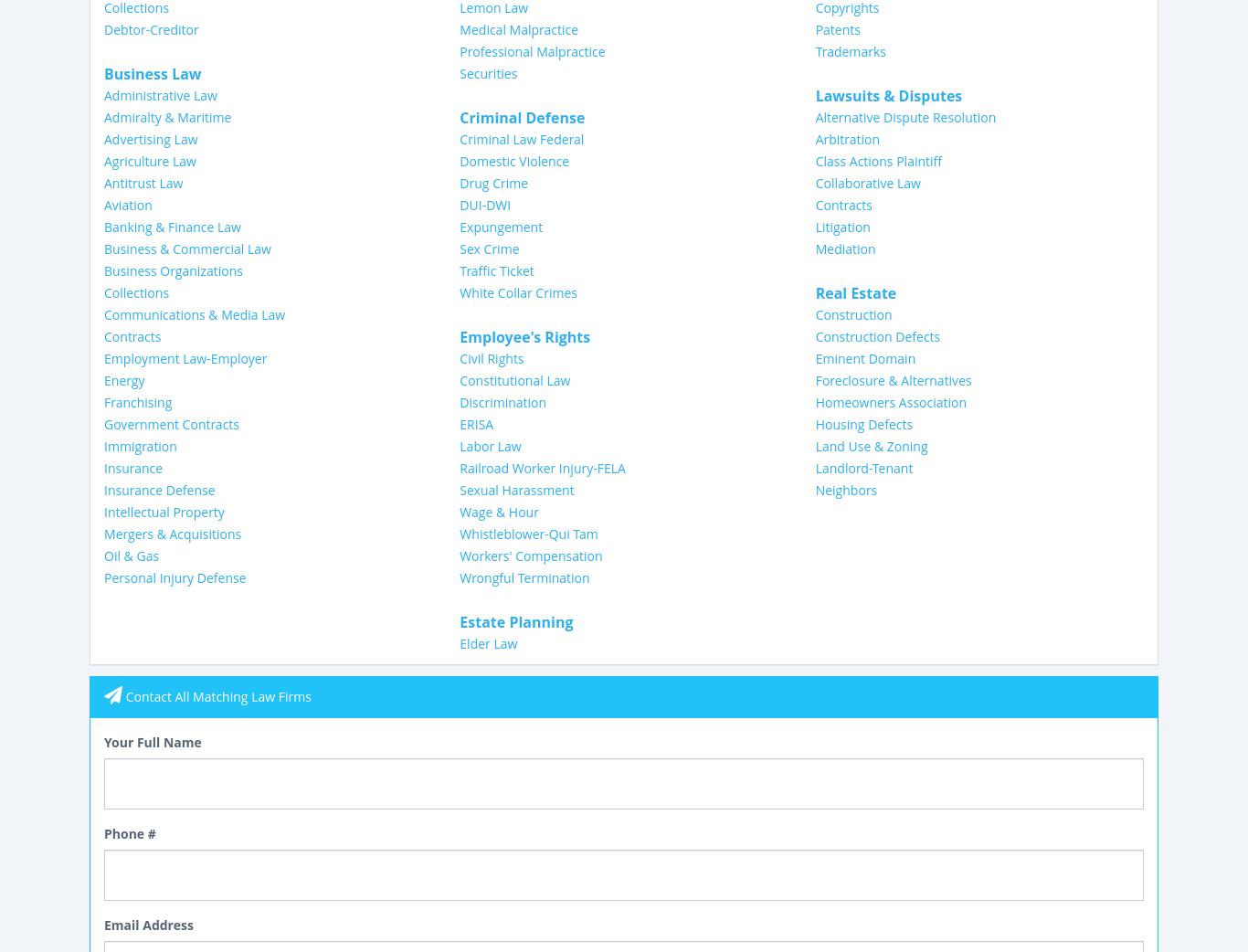  I want to click on 'Class Actions Plaintiff', so click(813, 159).